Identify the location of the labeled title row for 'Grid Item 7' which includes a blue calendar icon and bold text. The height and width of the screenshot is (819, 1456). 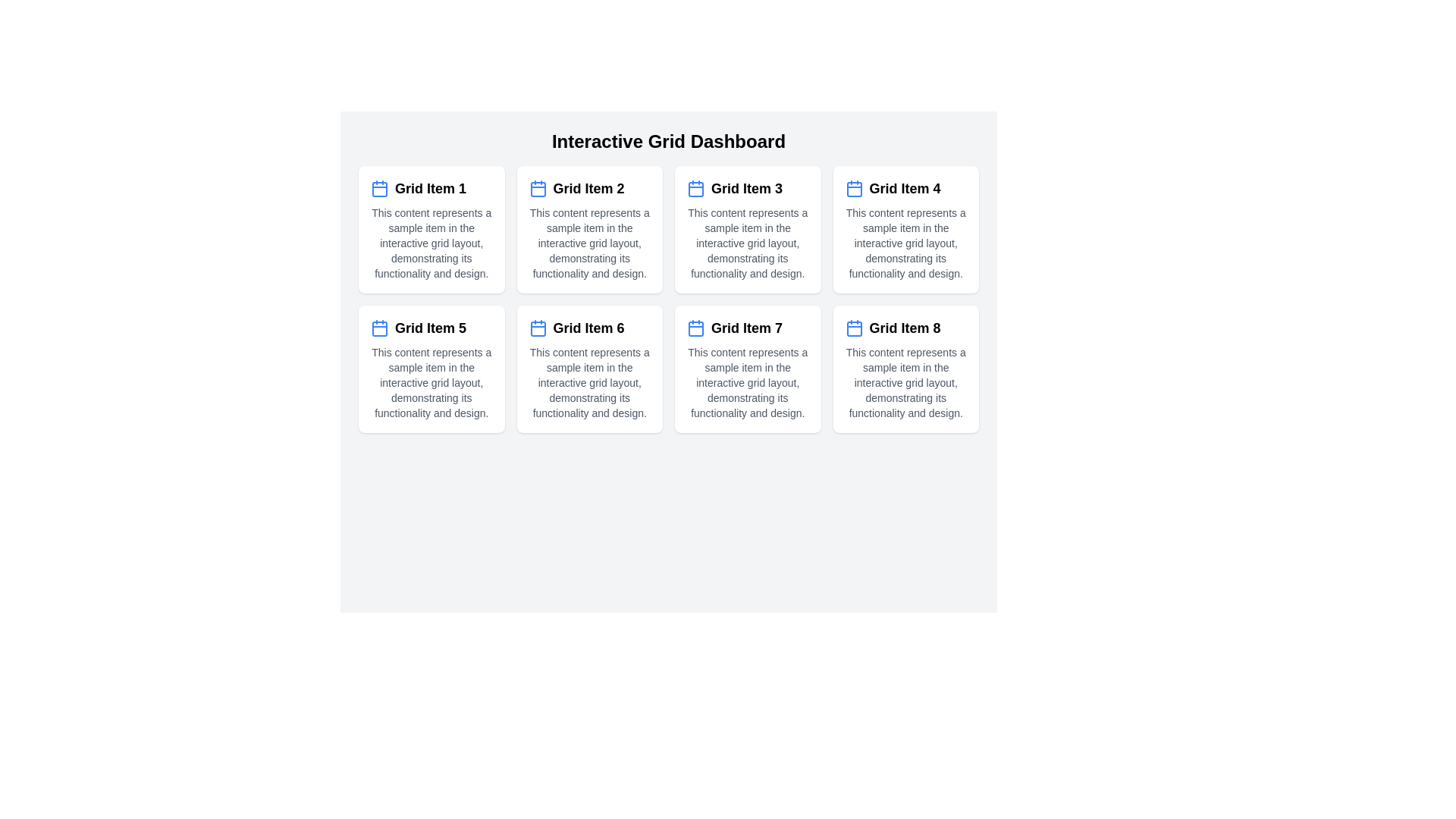
(748, 327).